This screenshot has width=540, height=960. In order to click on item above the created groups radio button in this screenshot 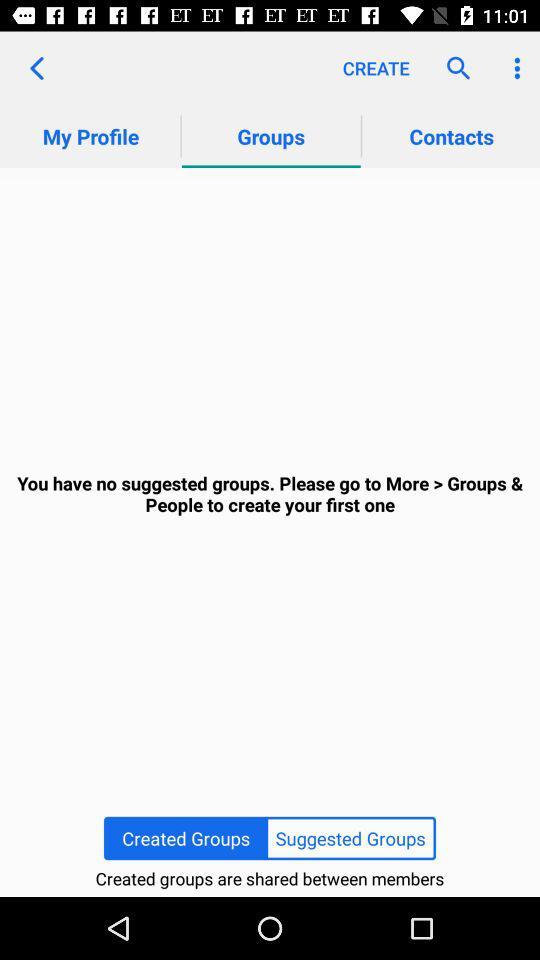, I will do `click(270, 493)`.